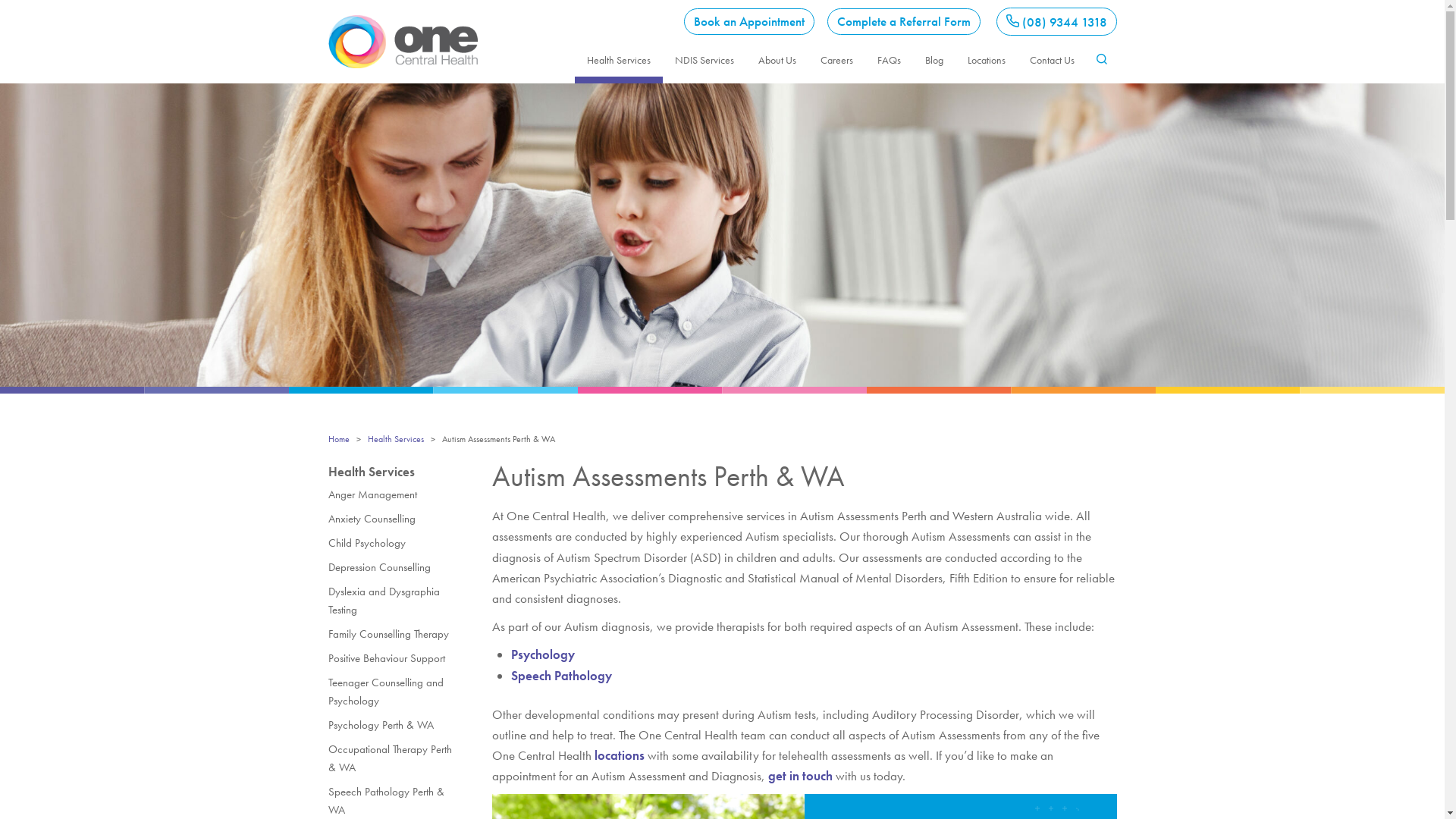 Image resolution: width=1456 pixels, height=819 pixels. I want to click on 'Anger Management', so click(394, 494).